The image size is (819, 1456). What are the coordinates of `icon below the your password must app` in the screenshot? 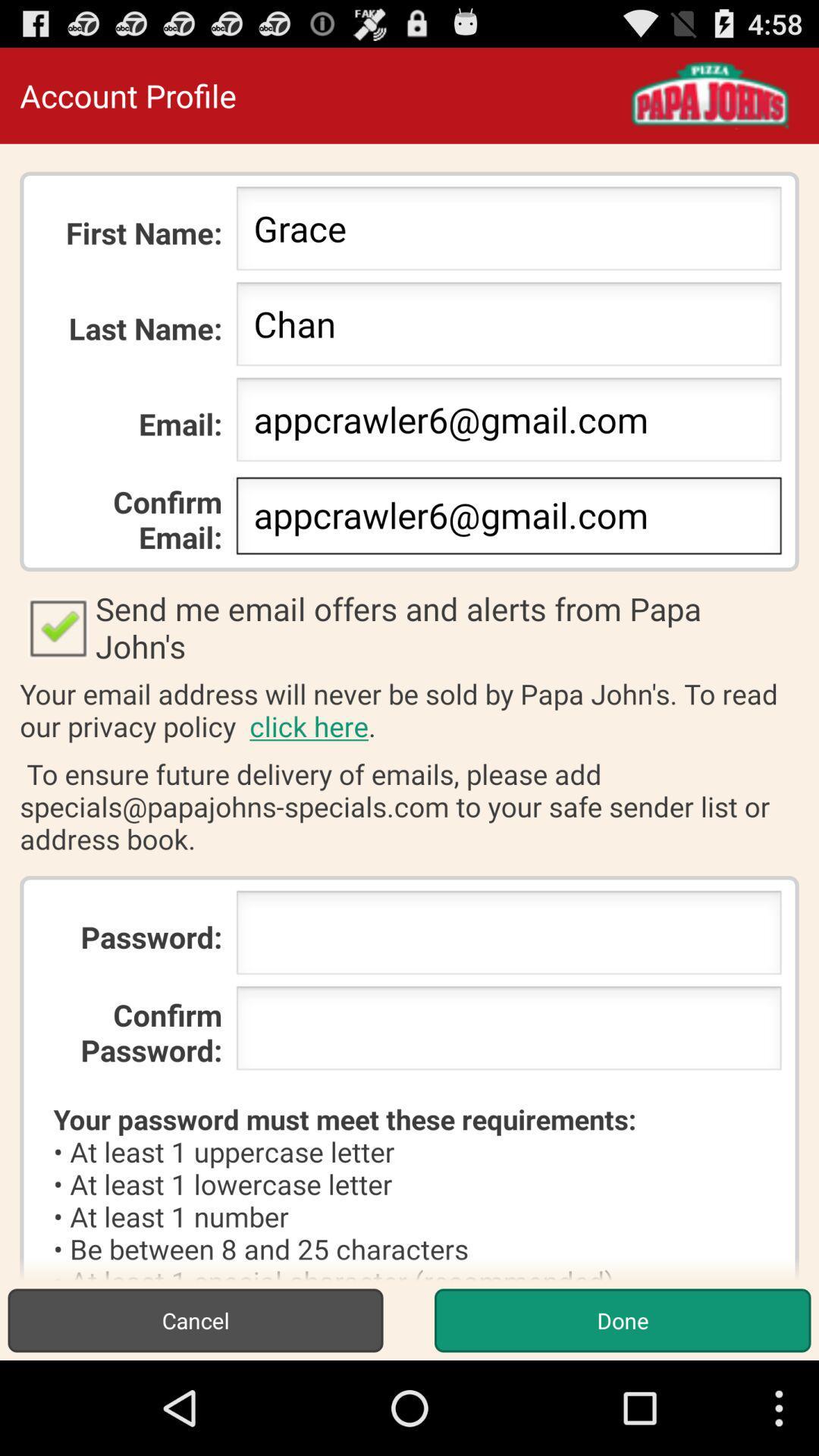 It's located at (195, 1319).